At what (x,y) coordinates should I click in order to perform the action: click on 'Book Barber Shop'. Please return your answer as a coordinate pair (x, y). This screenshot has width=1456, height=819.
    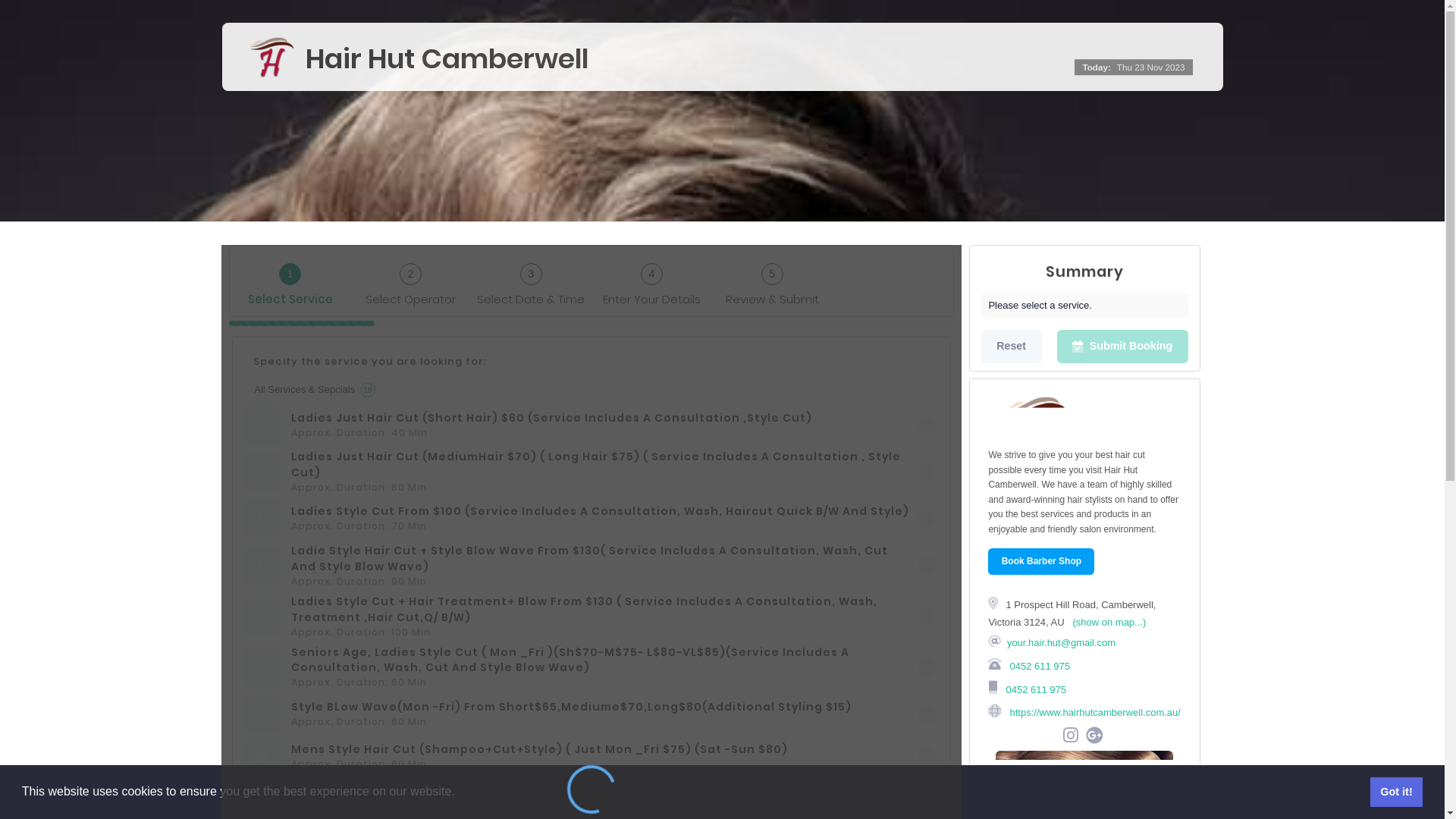
    Looking at the image, I should click on (1040, 561).